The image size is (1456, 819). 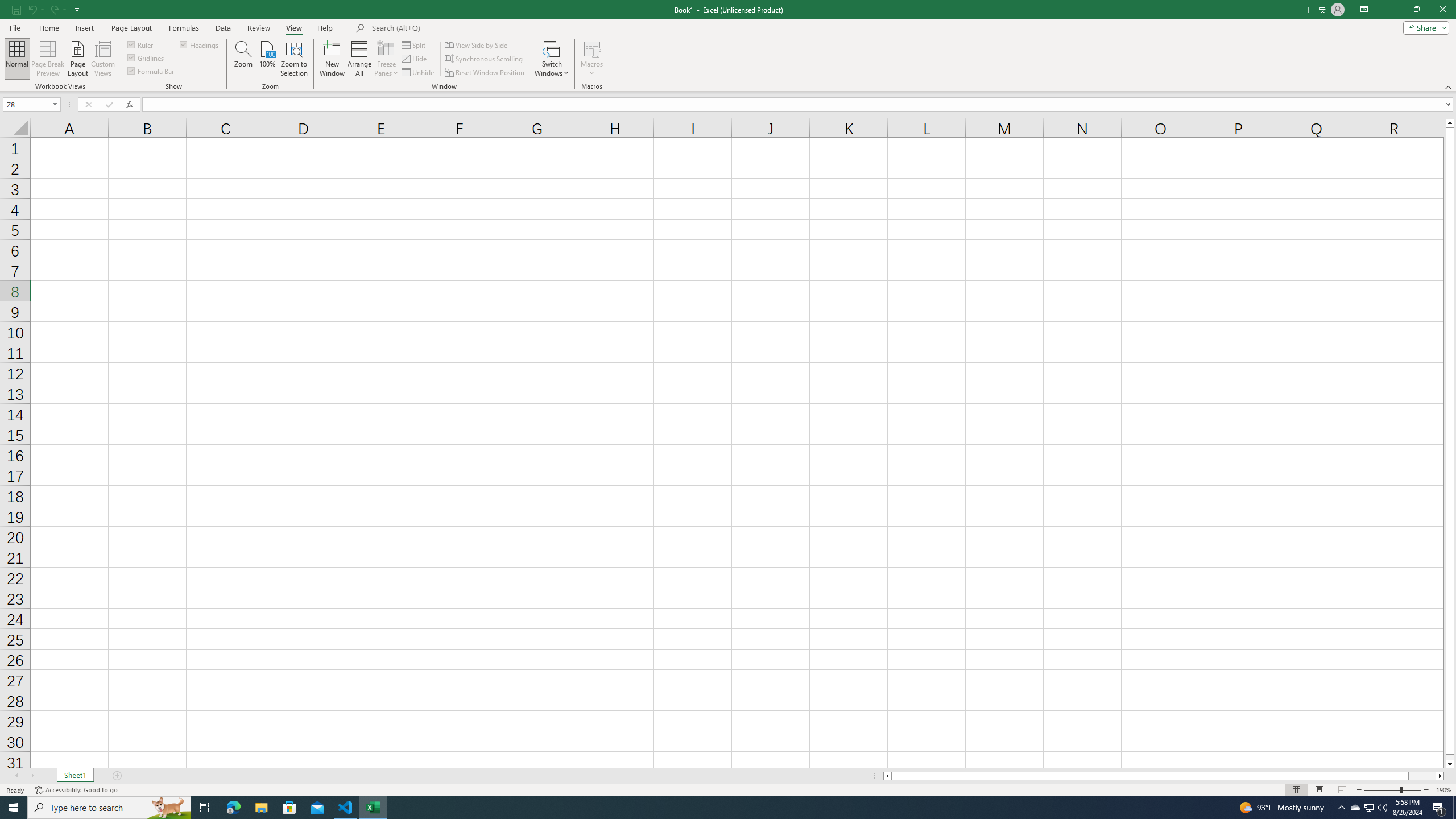 What do you see at coordinates (266, 59) in the screenshot?
I see `'100%'` at bounding box center [266, 59].